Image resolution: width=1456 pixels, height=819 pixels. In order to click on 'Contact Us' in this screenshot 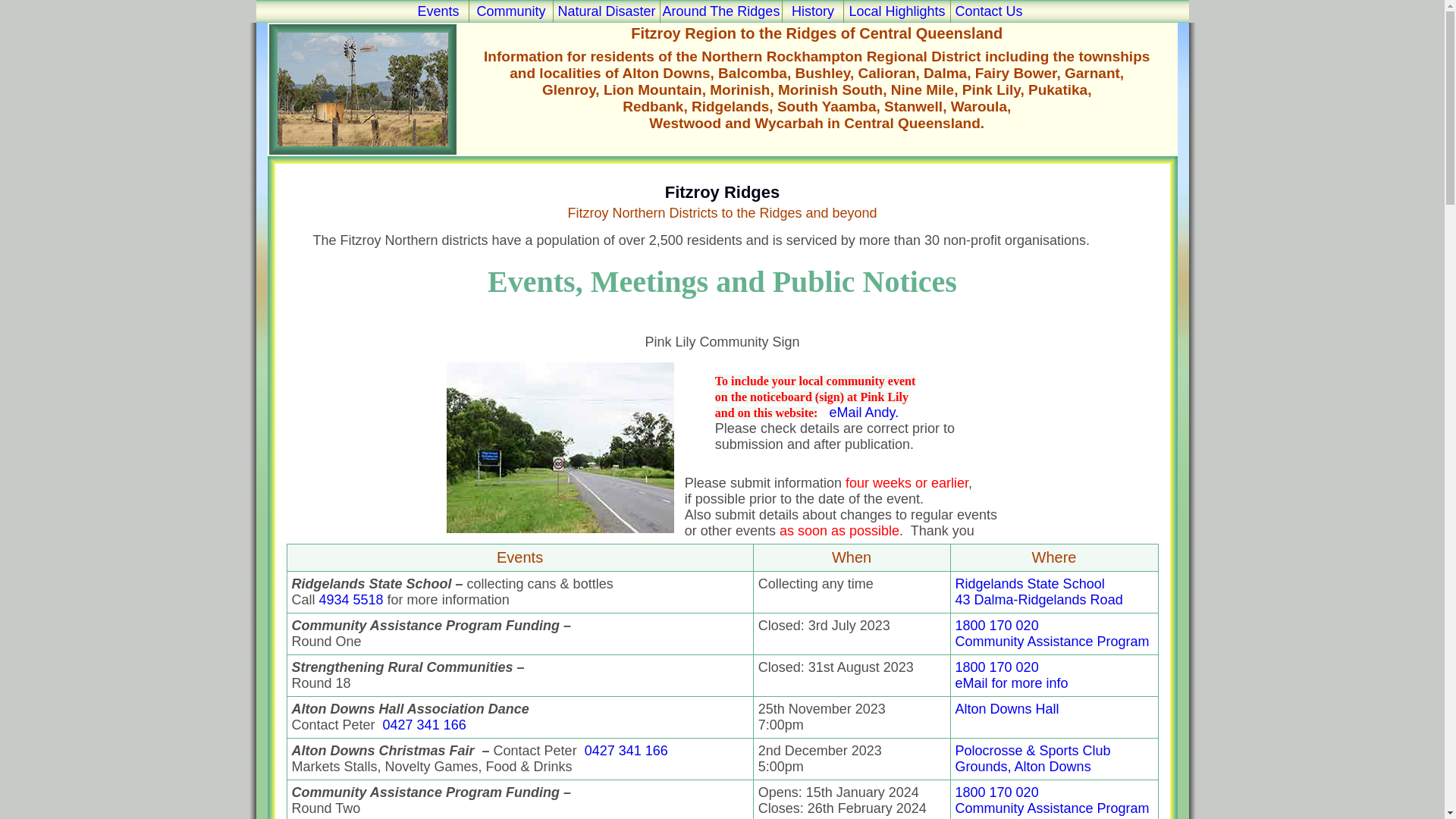, I will do `click(989, 11)`.